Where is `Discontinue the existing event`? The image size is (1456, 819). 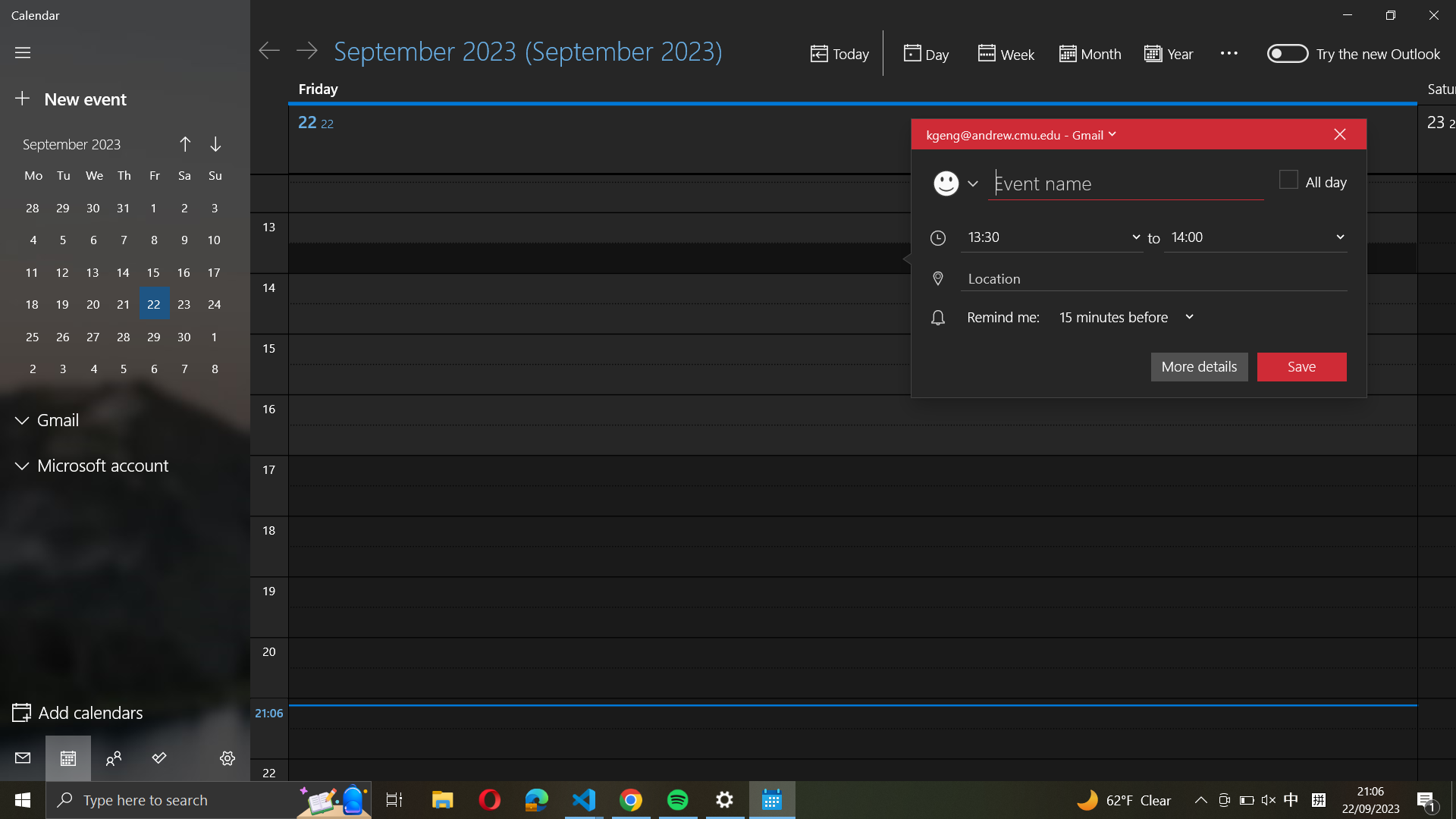
Discontinue the existing event is located at coordinates (1339, 133).